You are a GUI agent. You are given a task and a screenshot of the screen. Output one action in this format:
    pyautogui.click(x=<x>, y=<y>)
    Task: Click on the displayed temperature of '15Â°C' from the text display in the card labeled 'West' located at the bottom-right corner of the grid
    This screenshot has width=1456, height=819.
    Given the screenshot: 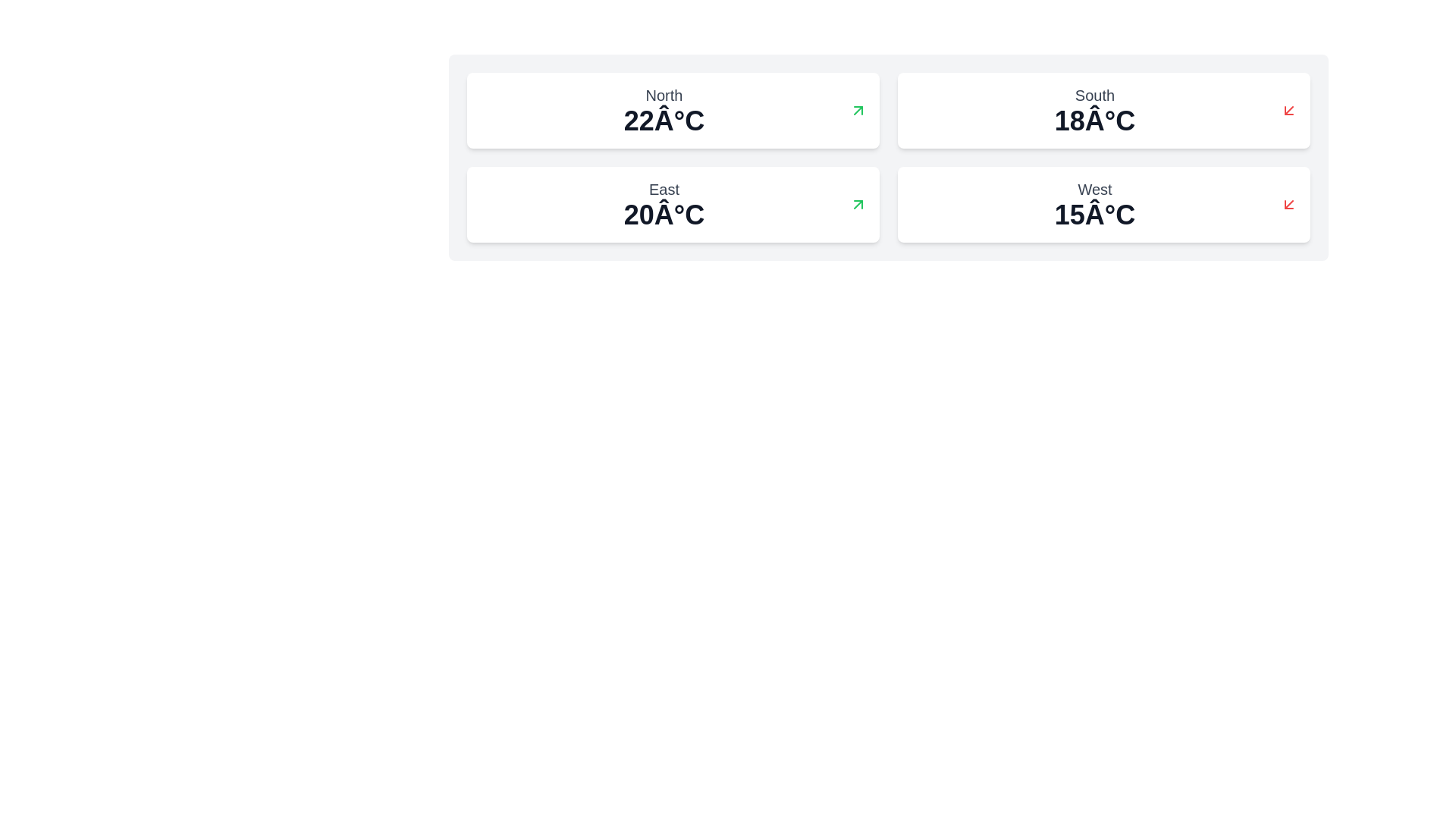 What is the action you would take?
    pyautogui.click(x=1095, y=215)
    